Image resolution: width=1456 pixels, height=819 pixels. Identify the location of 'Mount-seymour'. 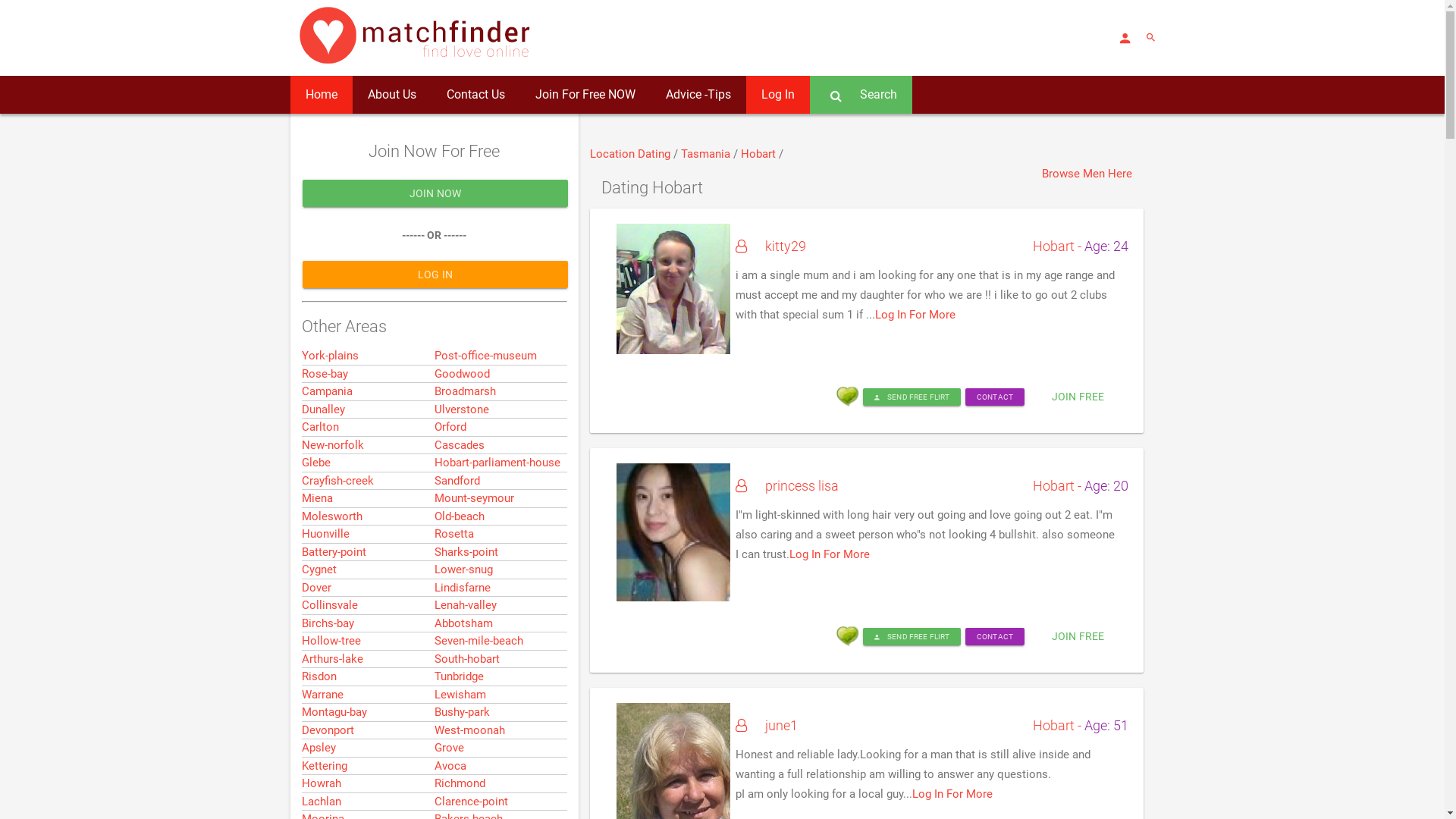
(472, 497).